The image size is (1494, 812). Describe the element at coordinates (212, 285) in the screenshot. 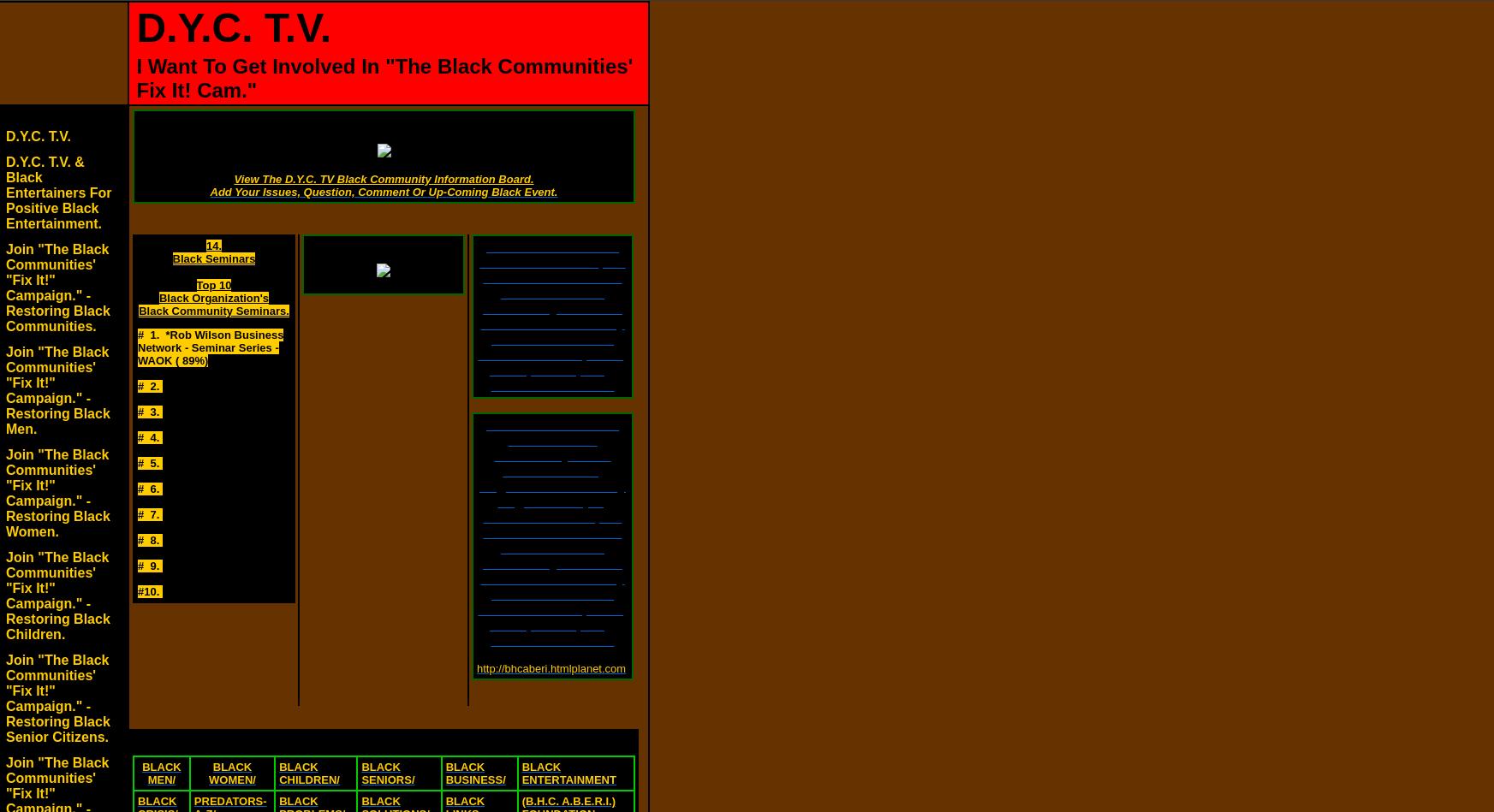

I see `'Top 10'` at that location.